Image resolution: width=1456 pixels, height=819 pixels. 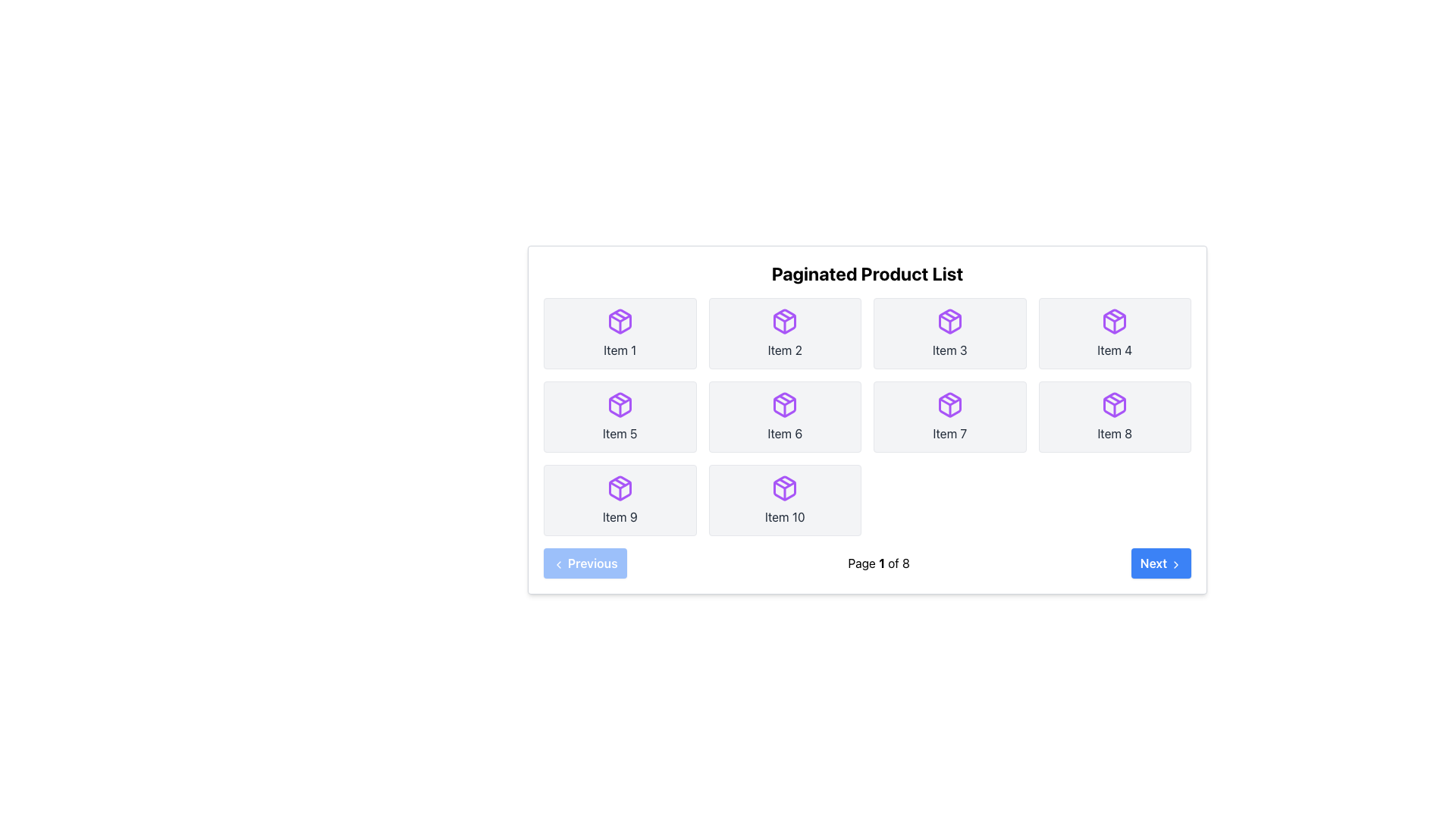 I want to click on the icon representing the item in the bottom-right corner of the 3x4 grid in the card labeled 'Item 10' to interact with it, so click(x=785, y=488).